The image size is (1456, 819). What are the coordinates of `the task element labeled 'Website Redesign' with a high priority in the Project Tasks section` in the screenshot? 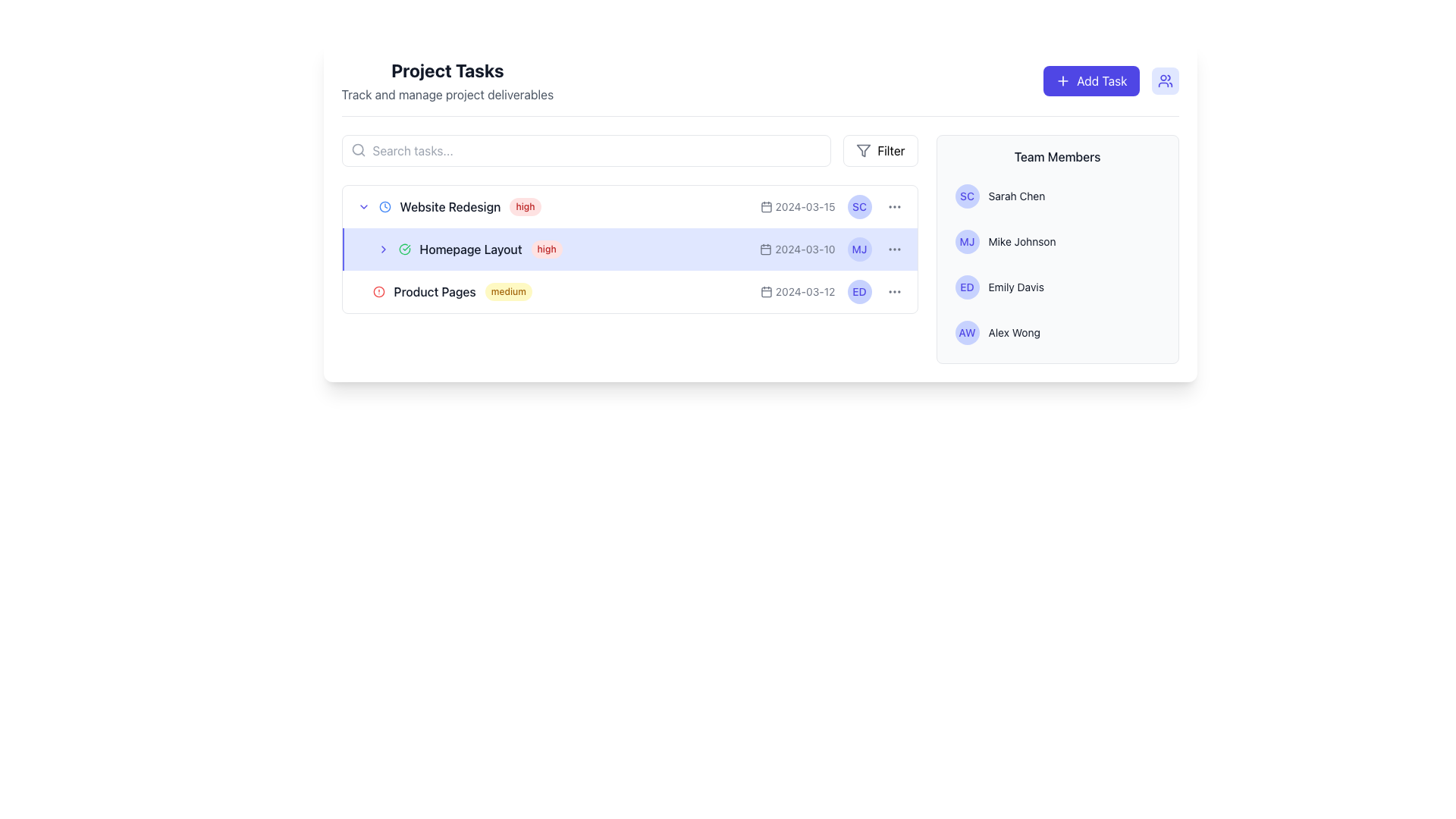 It's located at (579, 207).